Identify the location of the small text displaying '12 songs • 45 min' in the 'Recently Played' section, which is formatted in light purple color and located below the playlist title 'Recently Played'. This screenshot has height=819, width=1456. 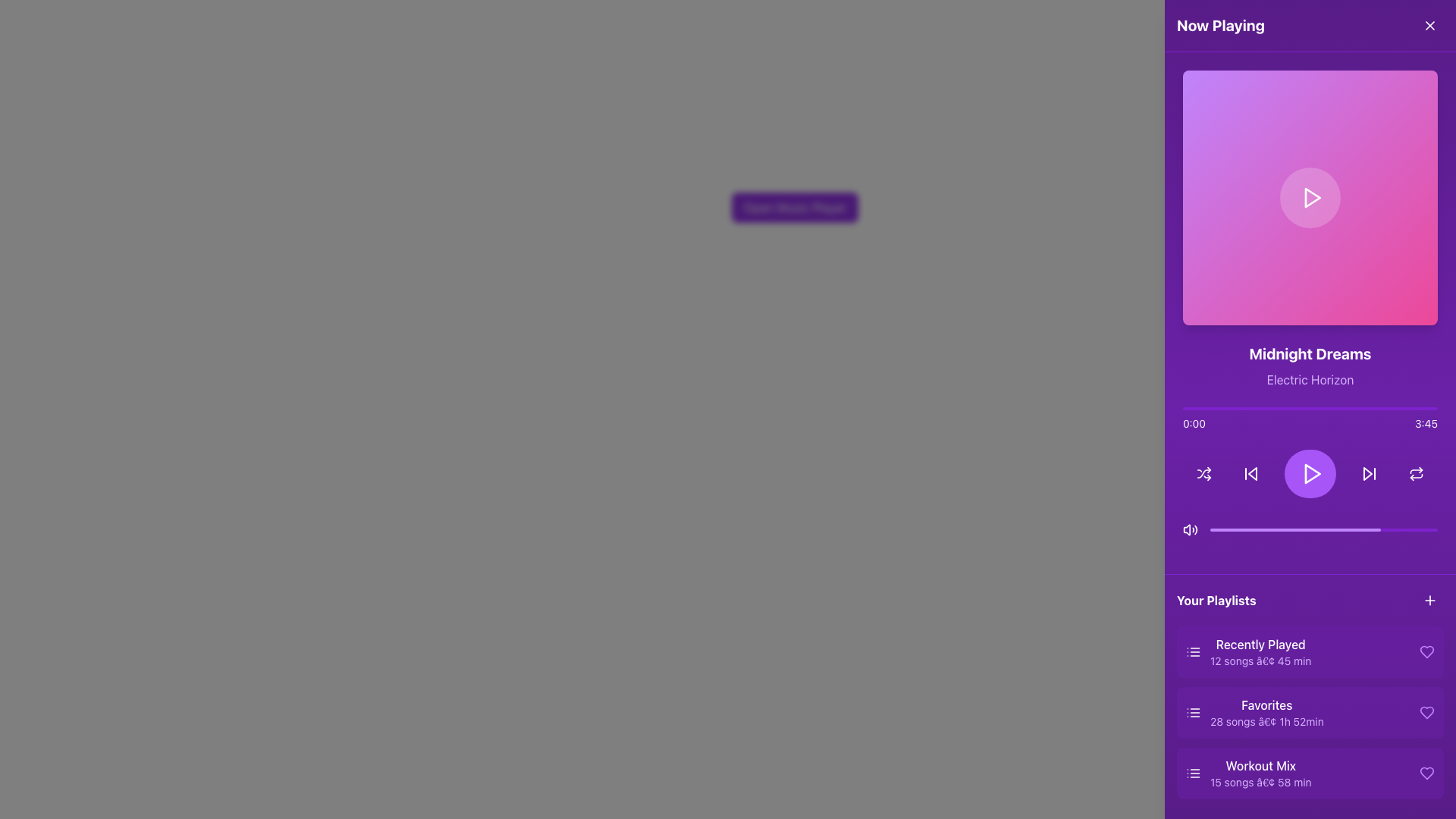
(1260, 660).